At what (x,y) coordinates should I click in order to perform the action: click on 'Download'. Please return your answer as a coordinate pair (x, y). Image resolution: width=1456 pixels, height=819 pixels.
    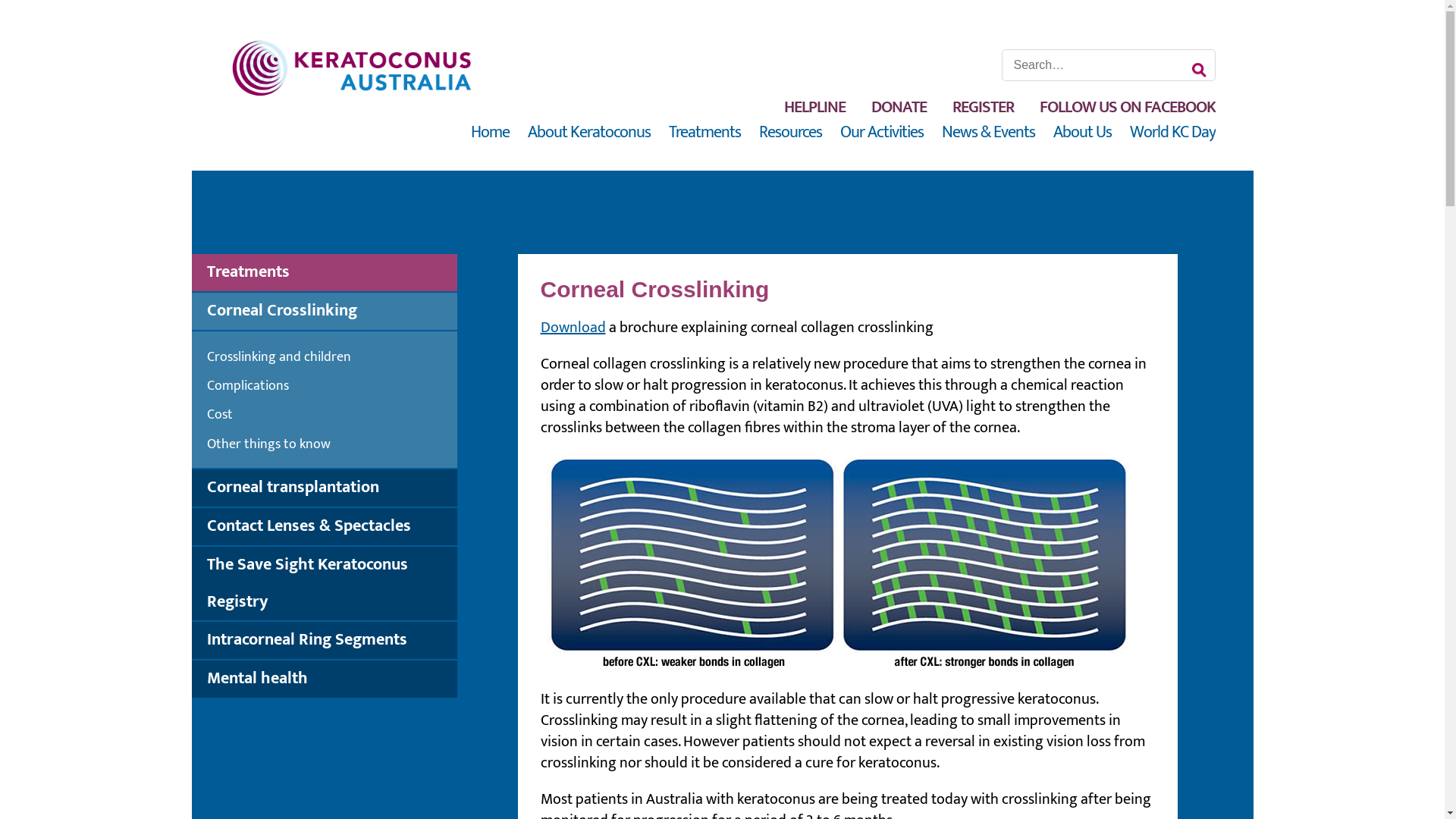
    Looking at the image, I should click on (571, 327).